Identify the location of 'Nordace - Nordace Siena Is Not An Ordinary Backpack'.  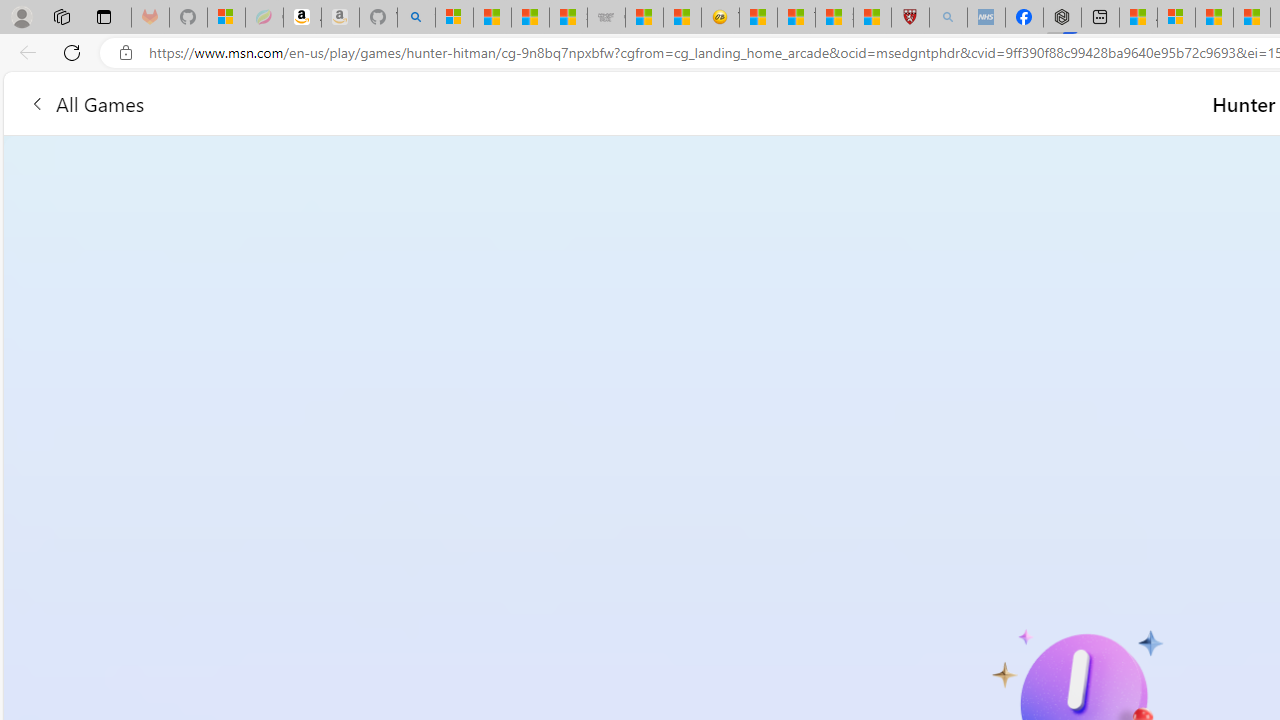
(1062, 17).